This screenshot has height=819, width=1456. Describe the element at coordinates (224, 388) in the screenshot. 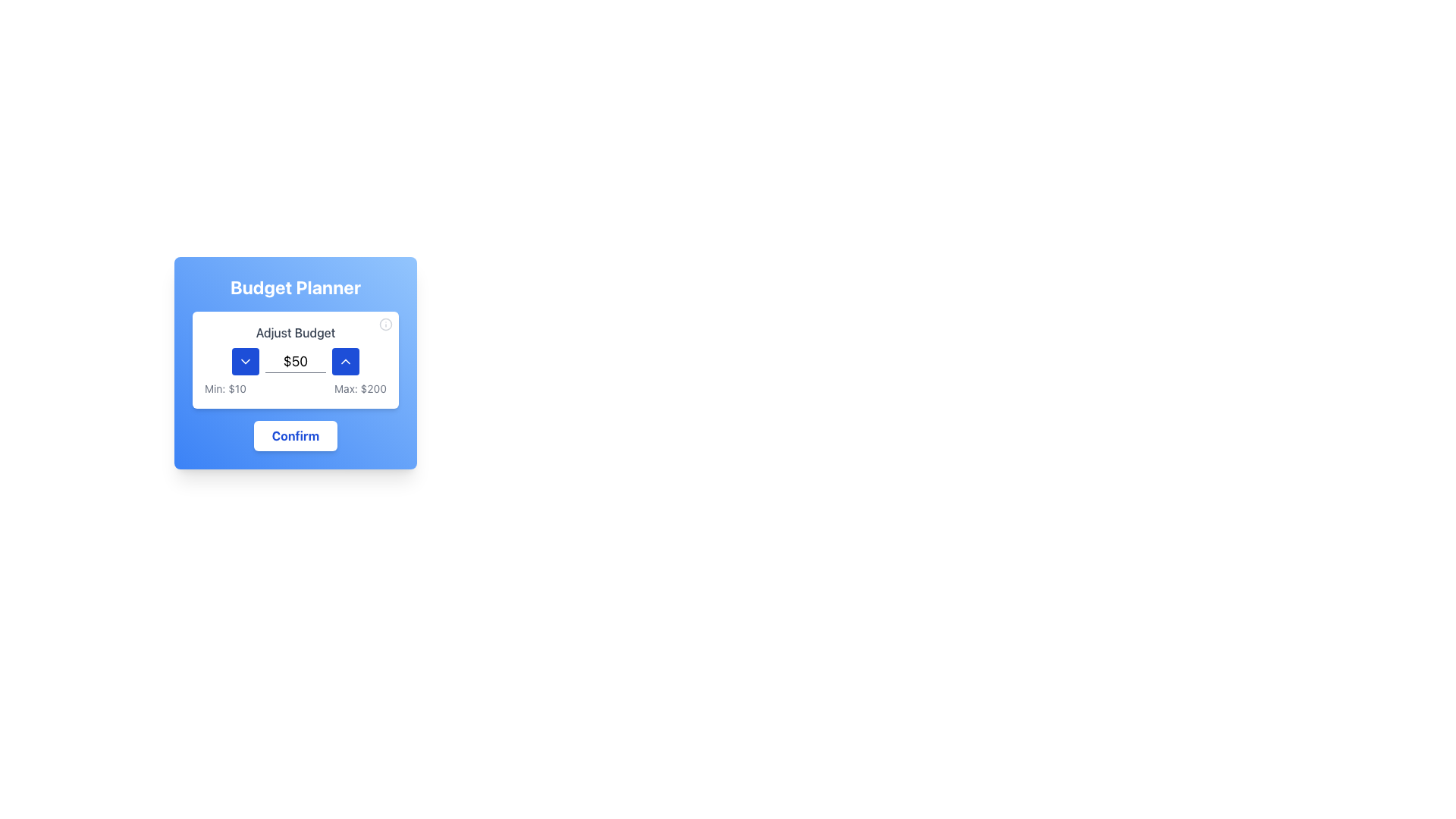

I see `the text label displaying 'Min: $10' in a small gray font, which is positioned to the left of the 'Max: $200' label in the 'Budget Planner' interface` at that location.